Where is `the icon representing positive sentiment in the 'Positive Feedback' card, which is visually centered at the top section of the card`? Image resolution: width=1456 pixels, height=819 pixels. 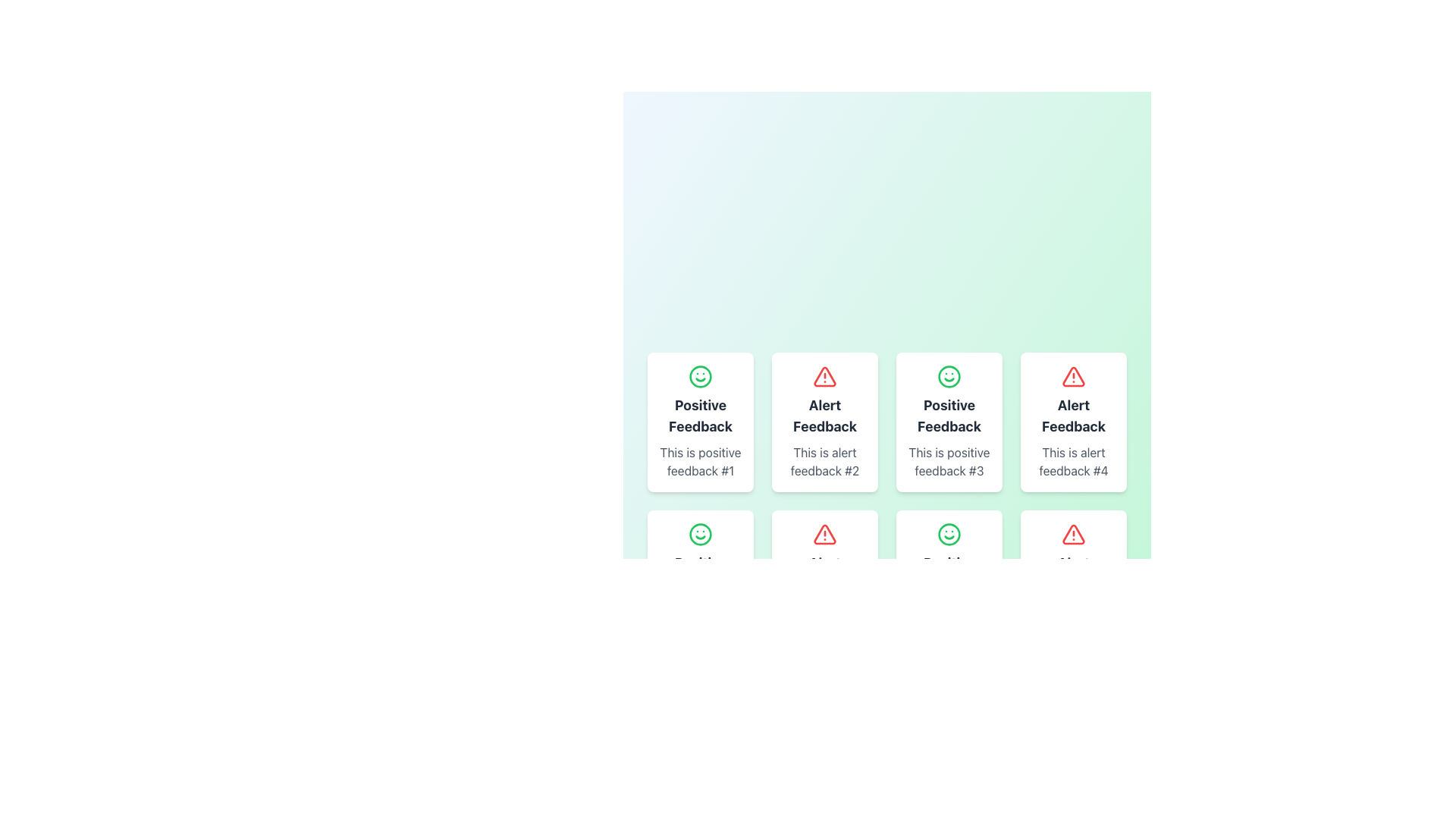 the icon representing positive sentiment in the 'Positive Feedback' card, which is visually centered at the top section of the card is located at coordinates (700, 376).